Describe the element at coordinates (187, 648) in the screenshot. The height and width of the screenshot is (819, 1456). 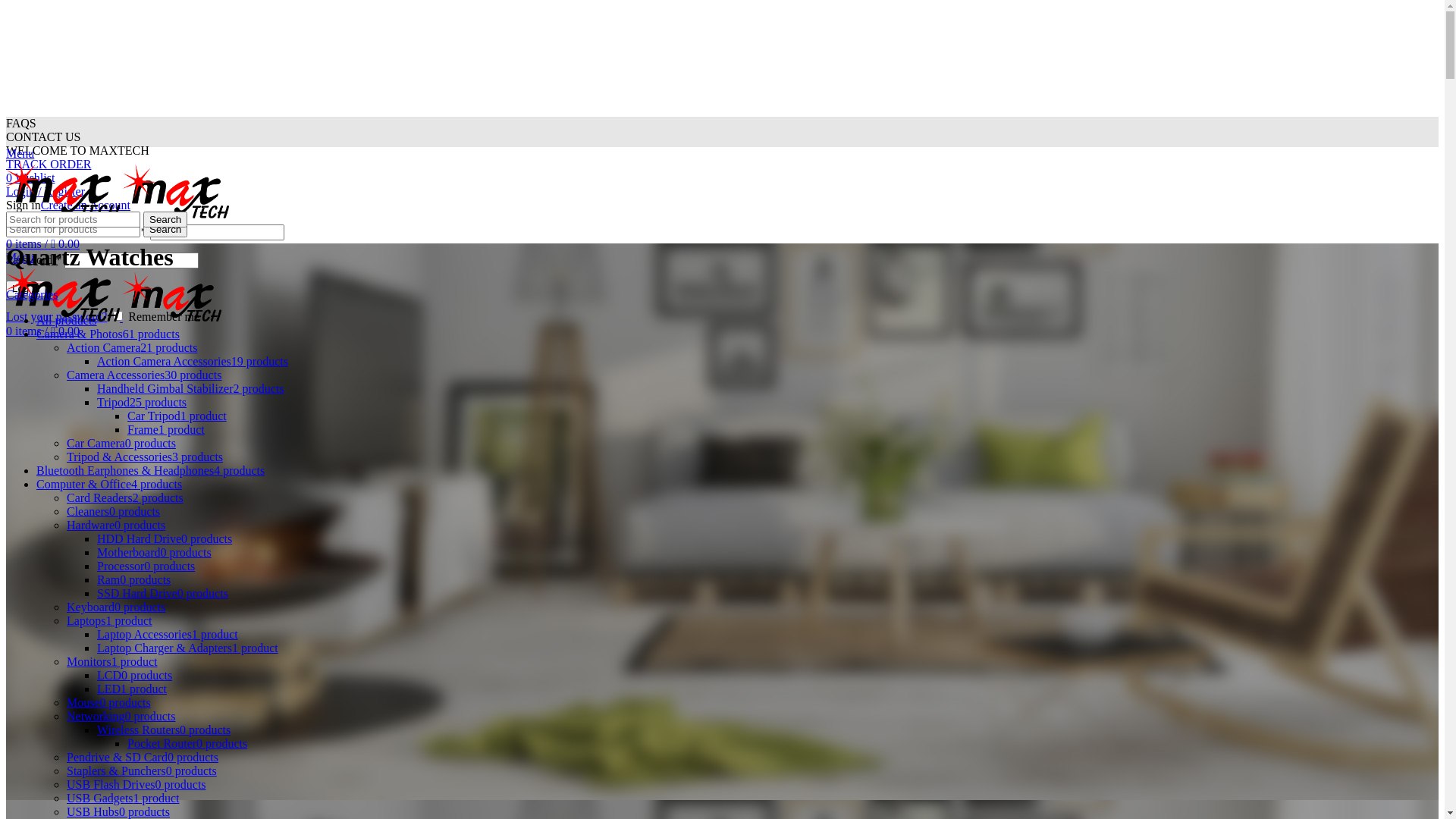
I see `'Laptop Charger & Adapters1 product'` at that location.